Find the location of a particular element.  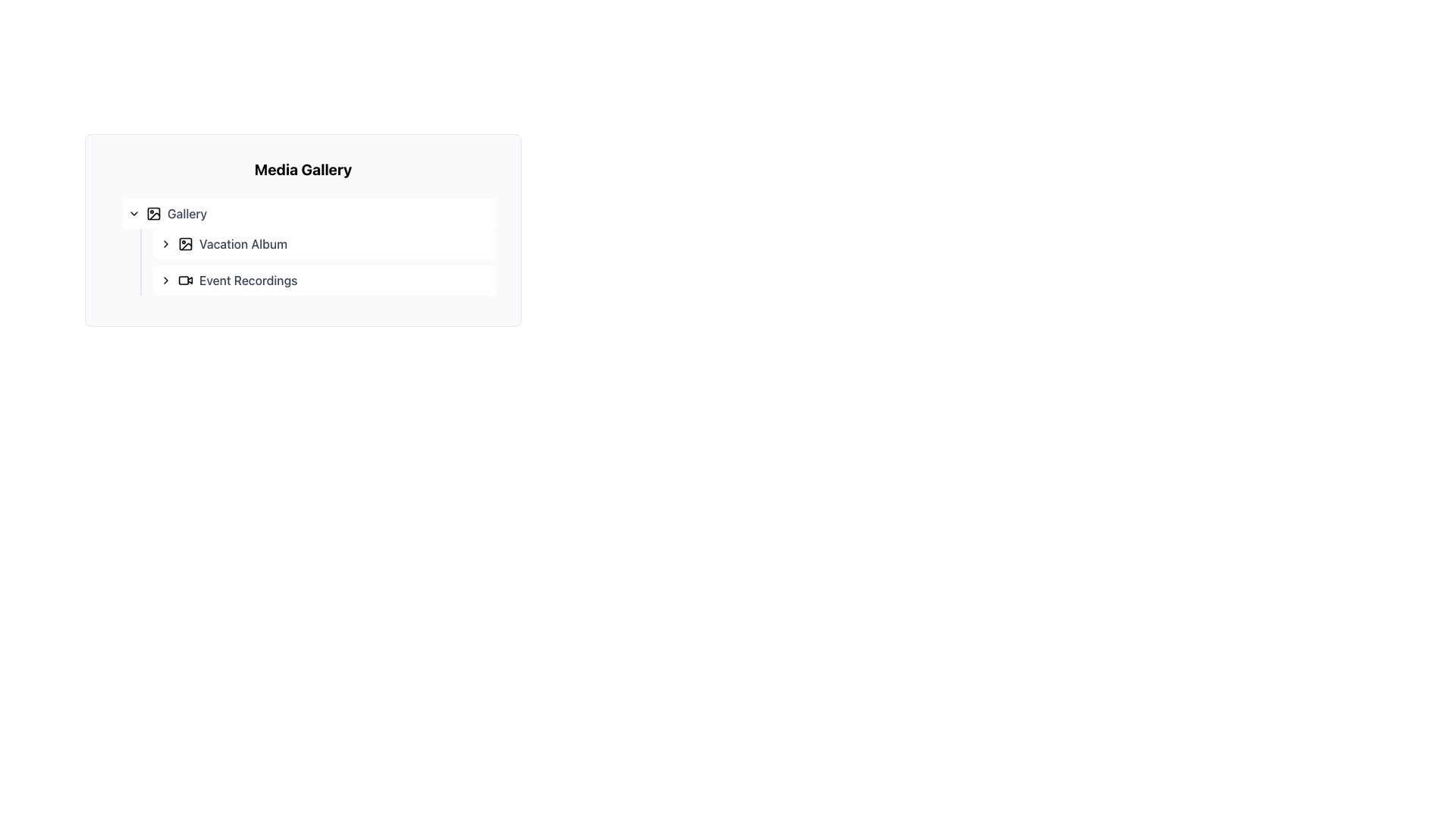

the right-pointing arrow icon is located at coordinates (166, 281).